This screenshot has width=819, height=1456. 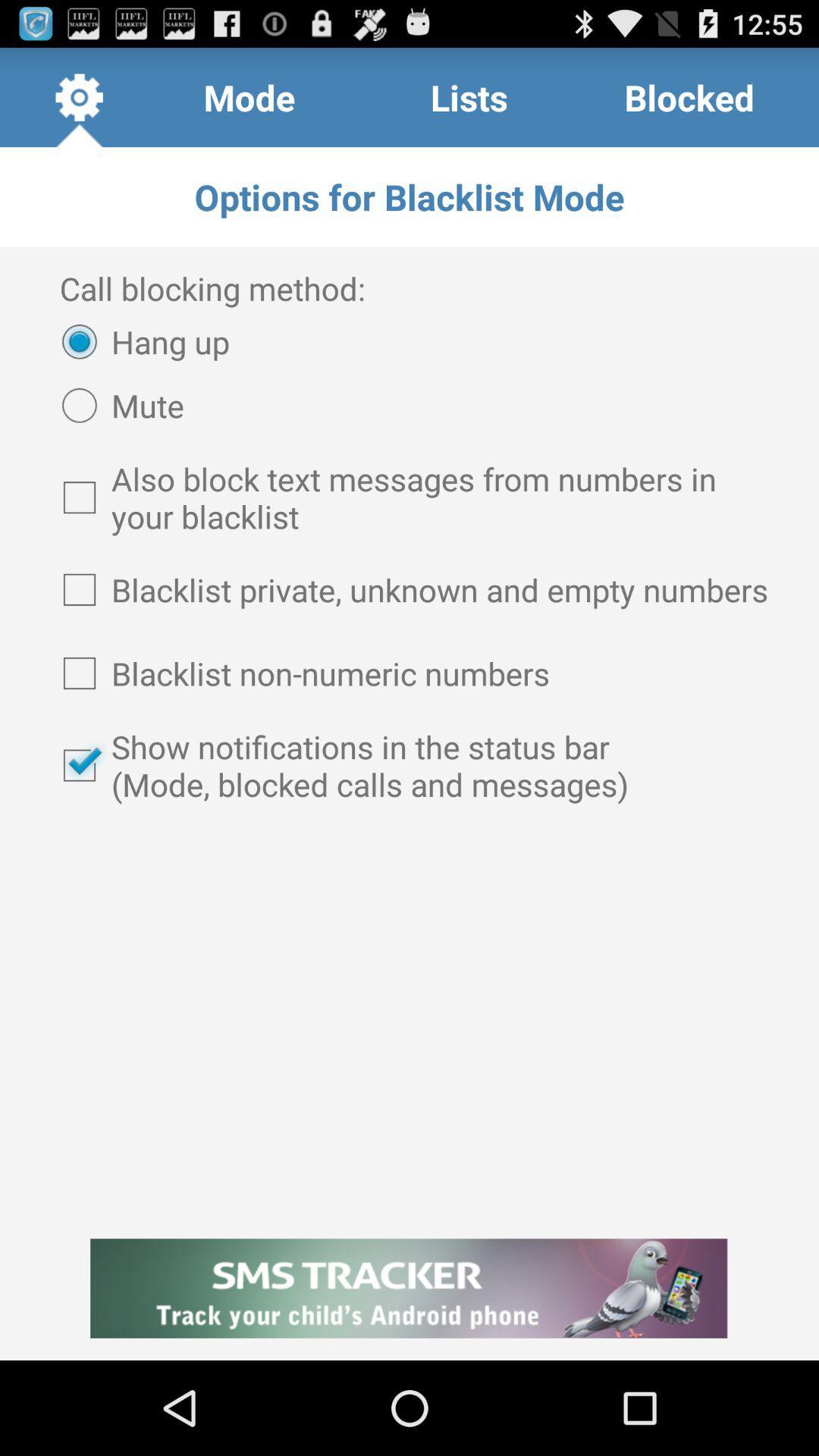 I want to click on the settings icon, so click(x=79, y=103).